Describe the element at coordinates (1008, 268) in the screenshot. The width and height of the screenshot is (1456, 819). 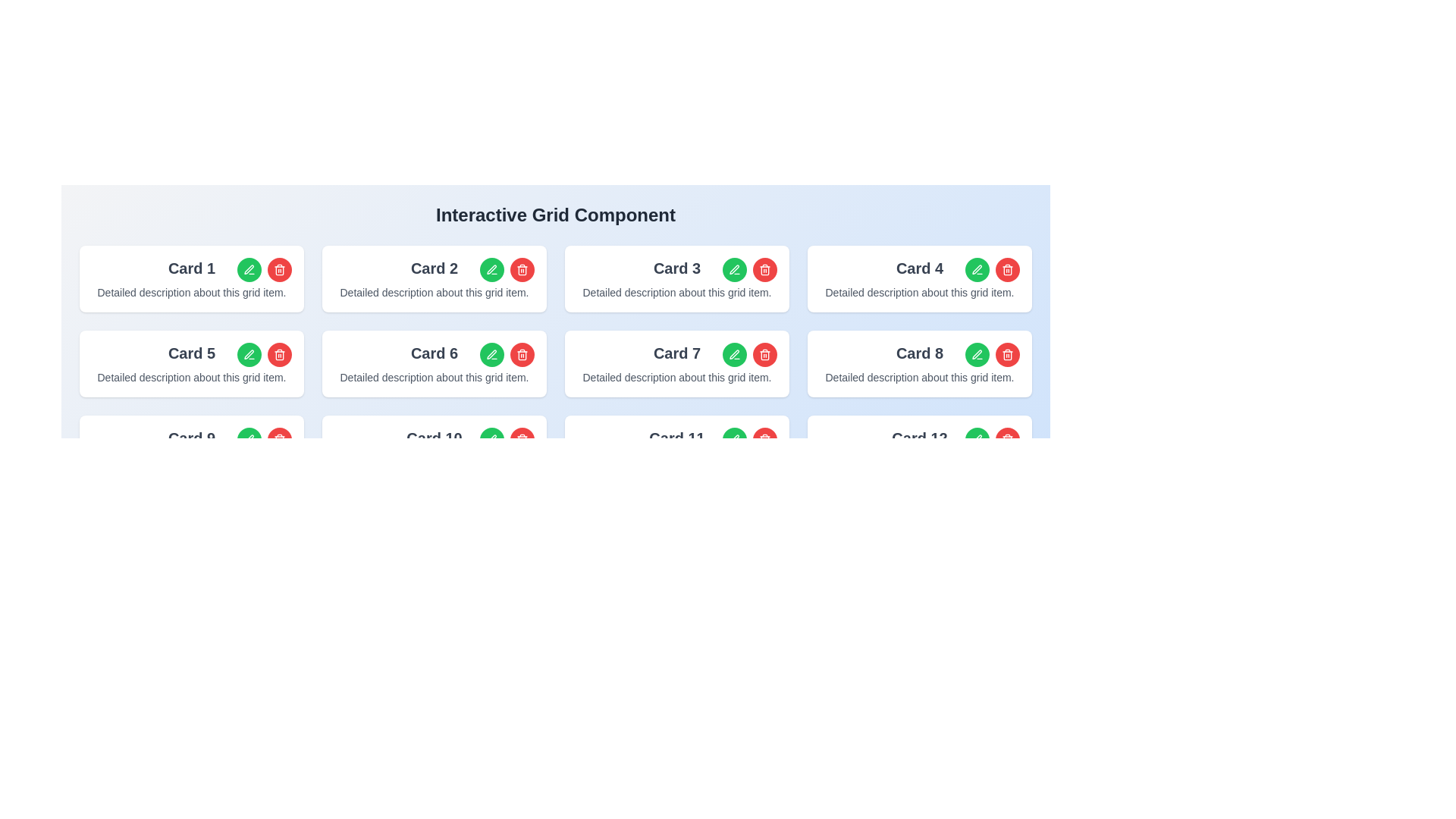
I see `the delete icon button located inside 'Card 4' at the second row and fourth column of the grid` at that location.